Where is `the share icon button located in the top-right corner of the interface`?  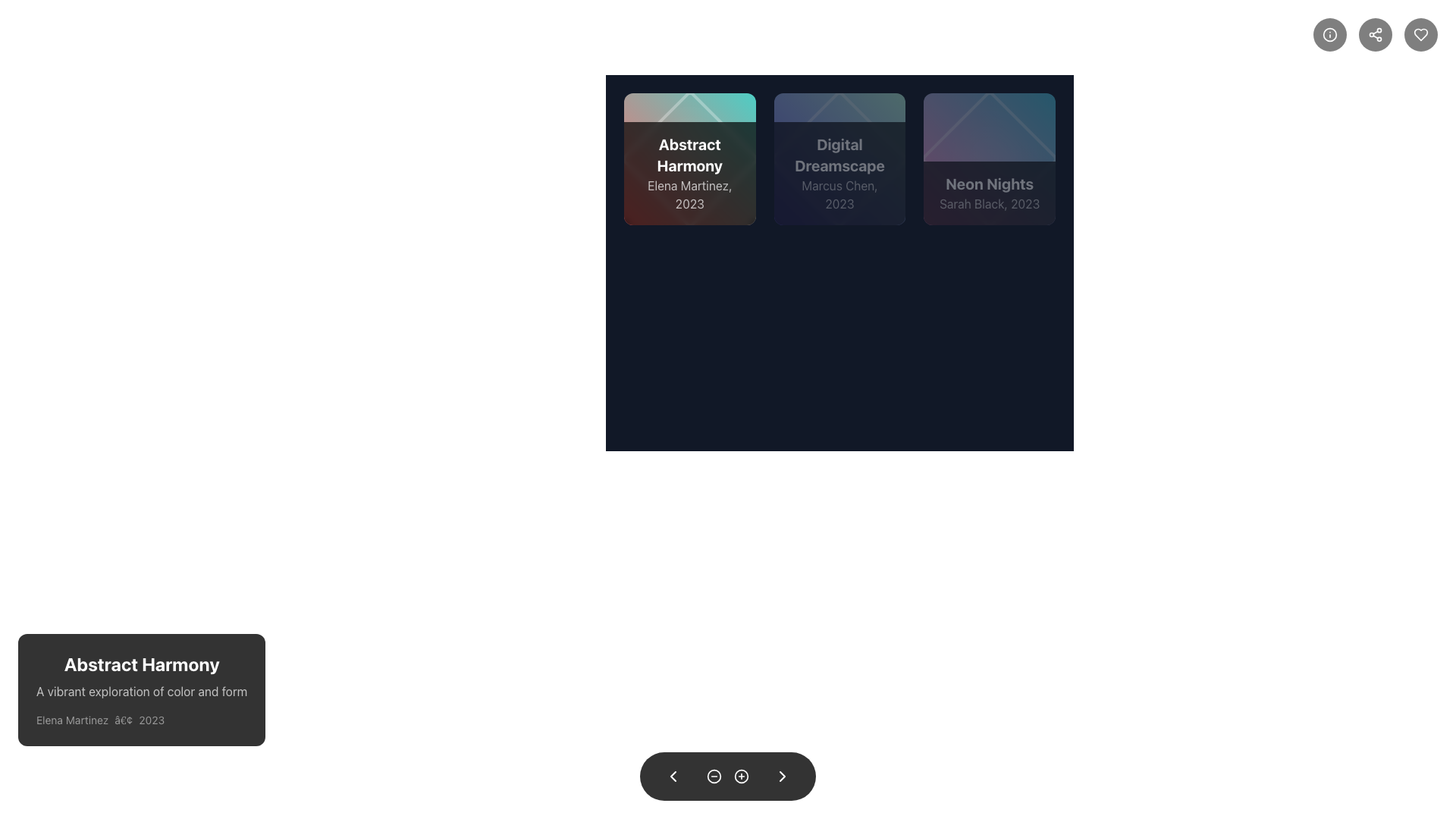
the share icon button located in the top-right corner of the interface is located at coordinates (1376, 34).